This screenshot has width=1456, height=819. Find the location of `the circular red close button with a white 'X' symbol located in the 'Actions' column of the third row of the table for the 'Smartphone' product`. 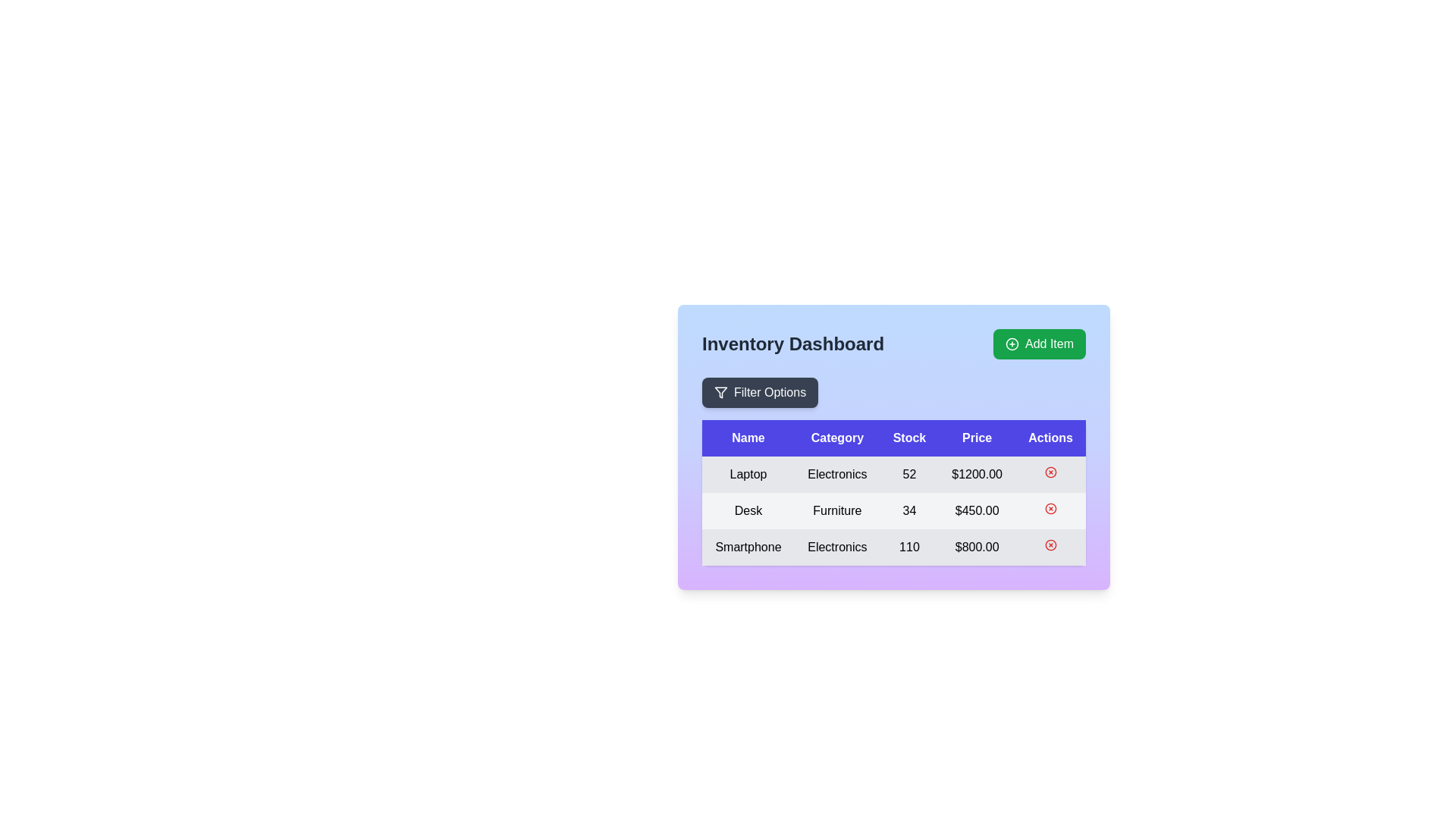

the circular red close button with a white 'X' symbol located in the 'Actions' column of the third row of the table for the 'Smartphone' product is located at coordinates (1050, 544).